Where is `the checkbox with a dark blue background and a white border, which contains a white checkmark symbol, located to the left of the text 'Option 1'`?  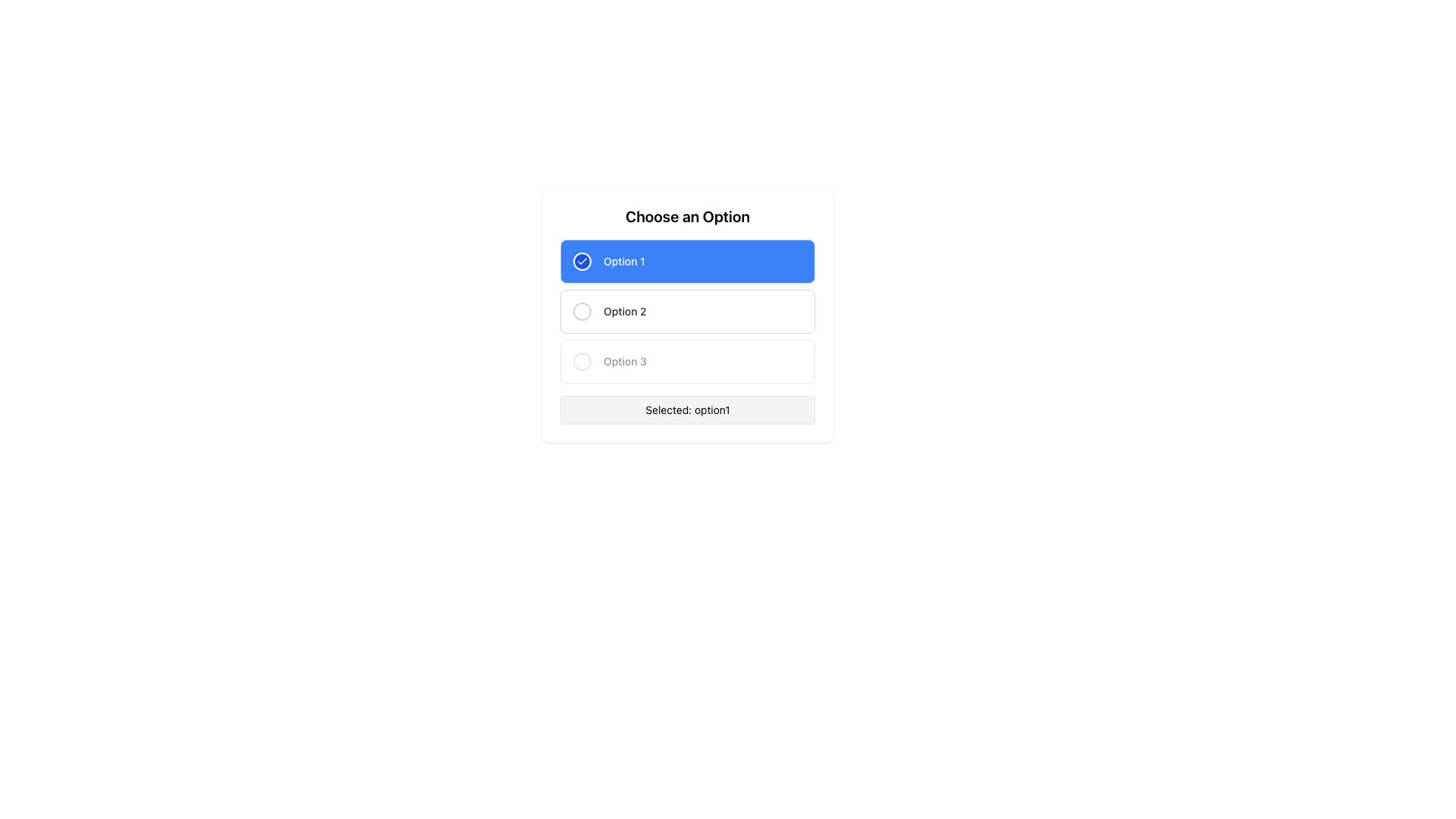
the checkbox with a dark blue background and a white border, which contains a white checkmark symbol, located to the left of the text 'Option 1' is located at coordinates (582, 260).